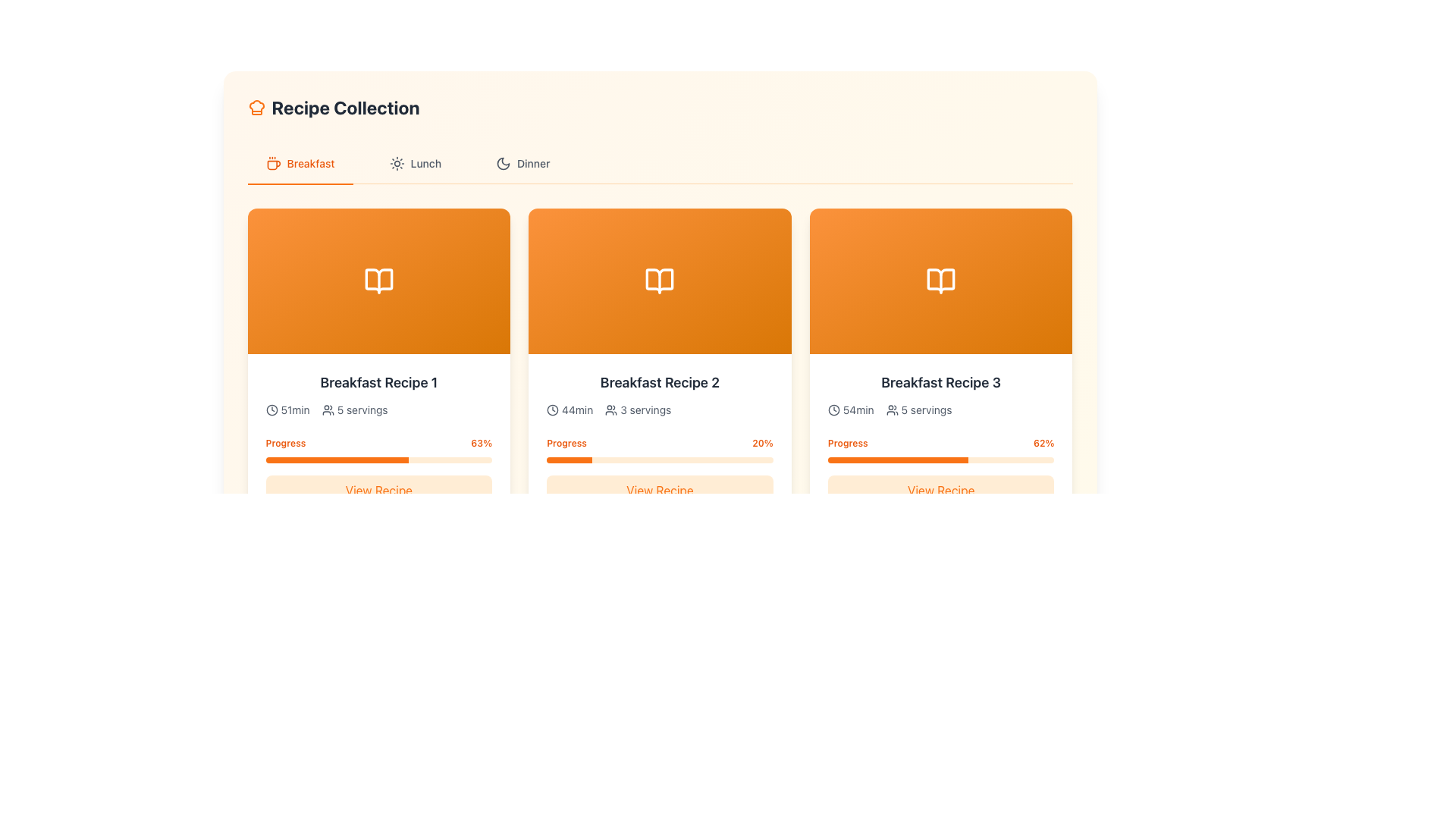 The height and width of the screenshot is (819, 1456). I want to click on informative text showing preparation time (54 minutes) and servings (5) for the 'Breakfast Recipe 3' element located above the 'Progress 62%' text, so click(940, 409).